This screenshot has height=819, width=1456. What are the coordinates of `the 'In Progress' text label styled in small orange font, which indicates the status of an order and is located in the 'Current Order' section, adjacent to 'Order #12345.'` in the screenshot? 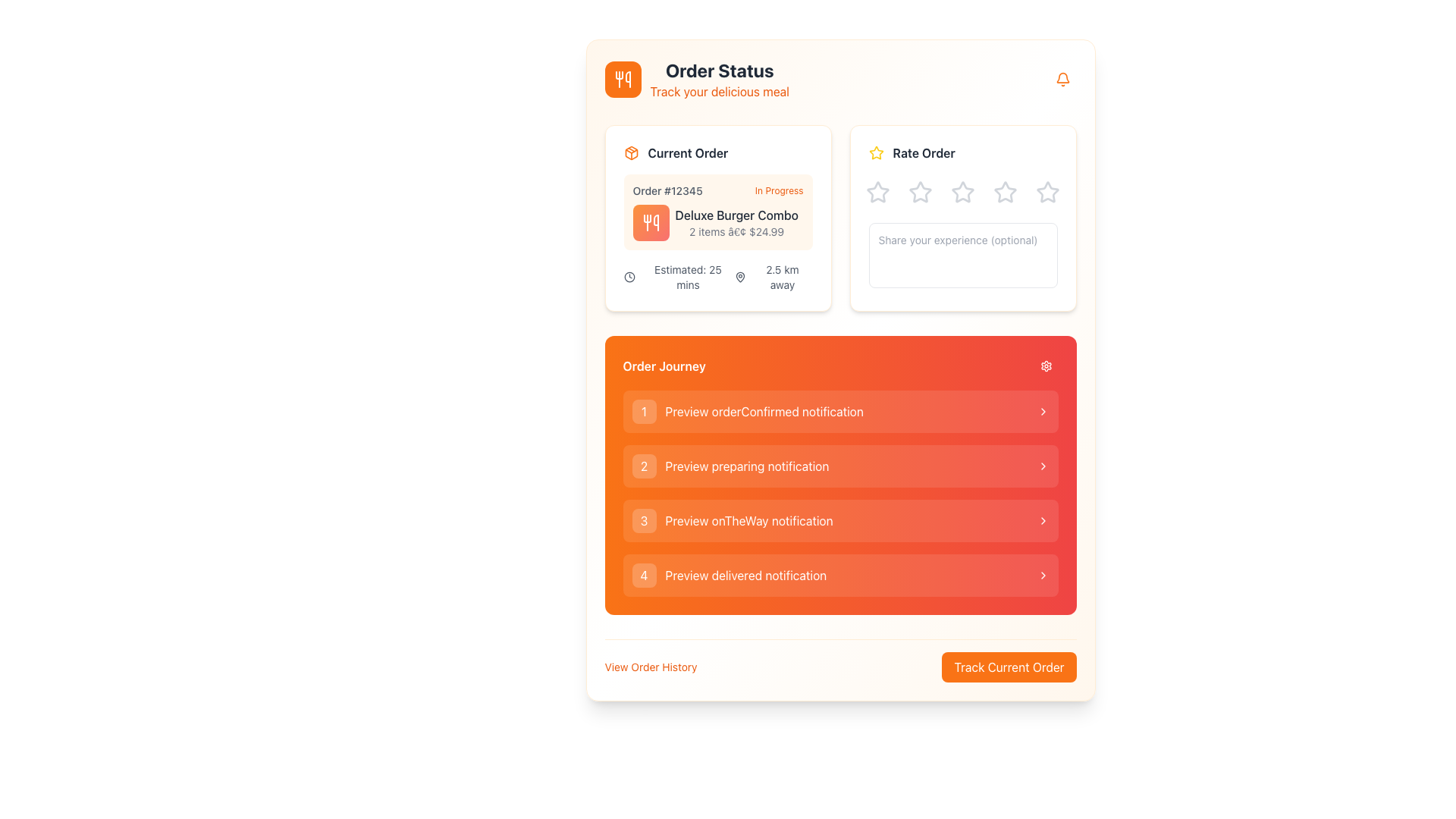 It's located at (779, 190).